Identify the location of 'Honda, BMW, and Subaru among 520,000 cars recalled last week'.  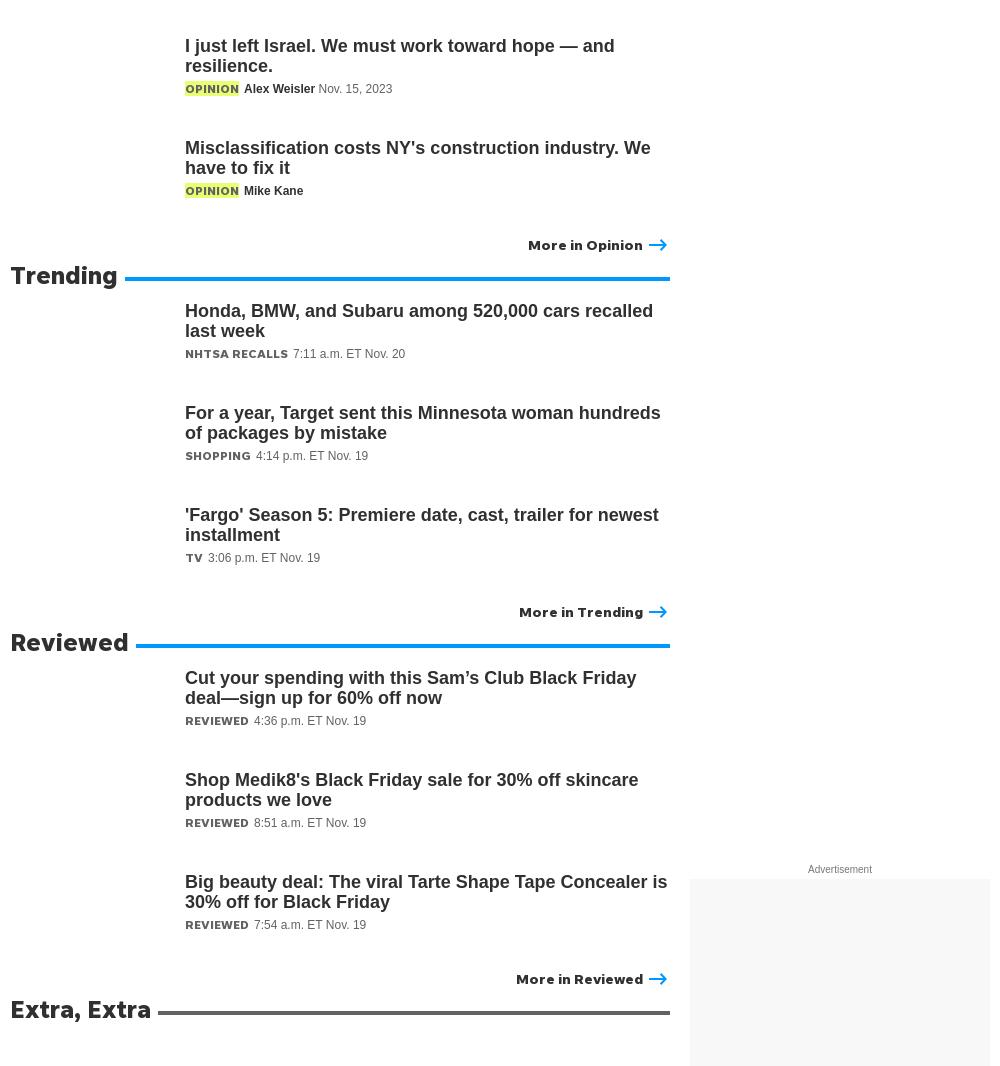
(419, 320).